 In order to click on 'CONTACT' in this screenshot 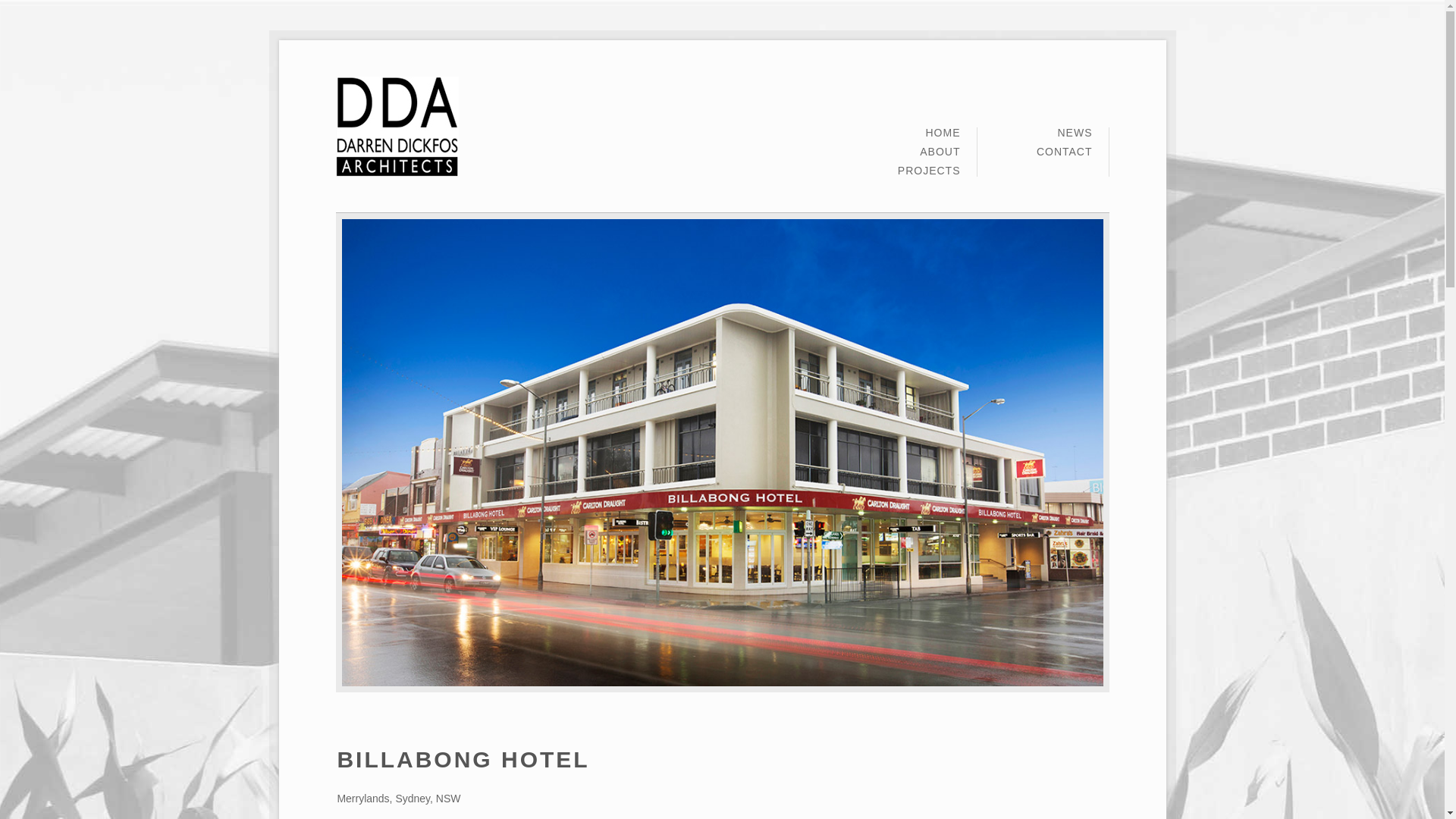, I will do `click(1063, 152)`.